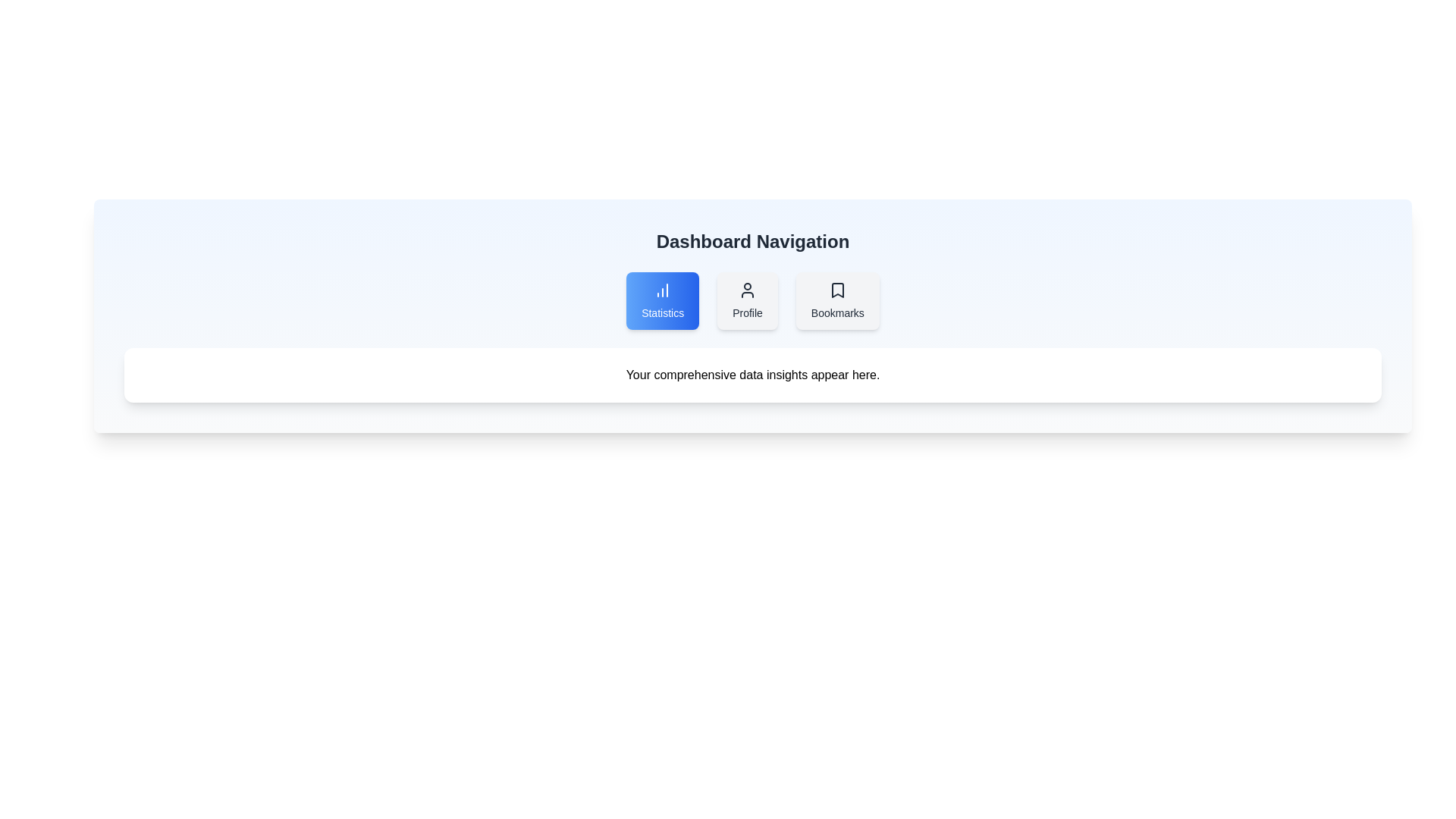  What do you see at coordinates (663, 301) in the screenshot?
I see `the 'Statistics' button, which has a gradient background and an icon of increasing bars, located in the horizontal navigation bar below the 'Dashboard Navigation' header` at bounding box center [663, 301].